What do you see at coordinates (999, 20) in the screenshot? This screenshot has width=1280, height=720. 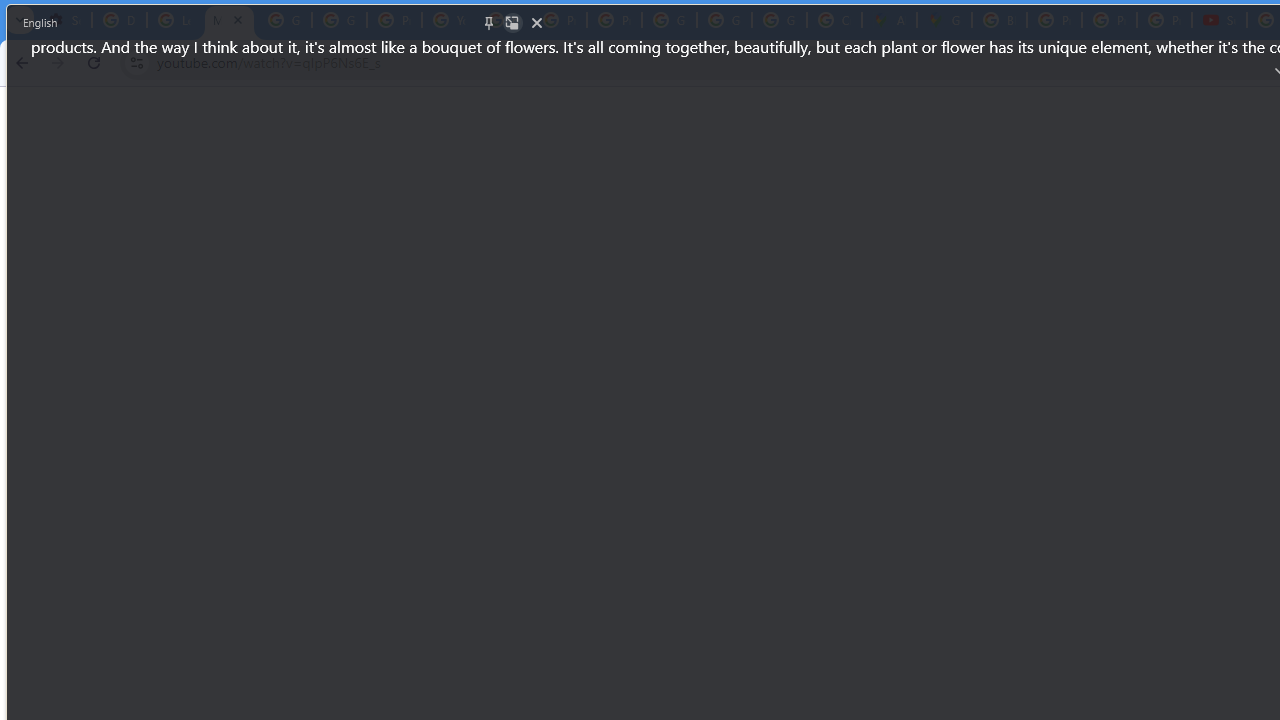 I see `'Blogger Policies and Guidelines - Transparency Center'` at bounding box center [999, 20].